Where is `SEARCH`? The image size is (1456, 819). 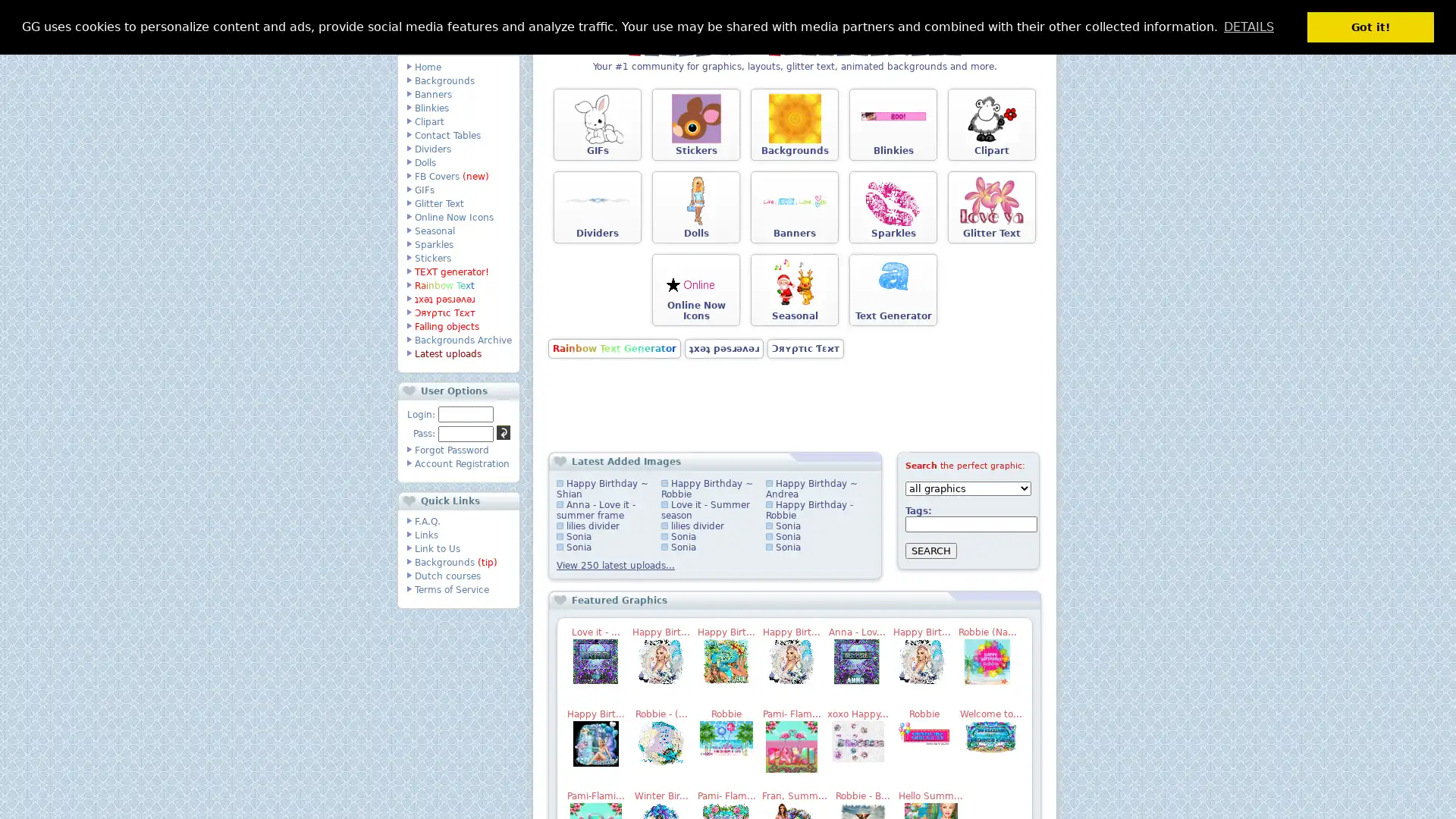 SEARCH is located at coordinates (930, 551).